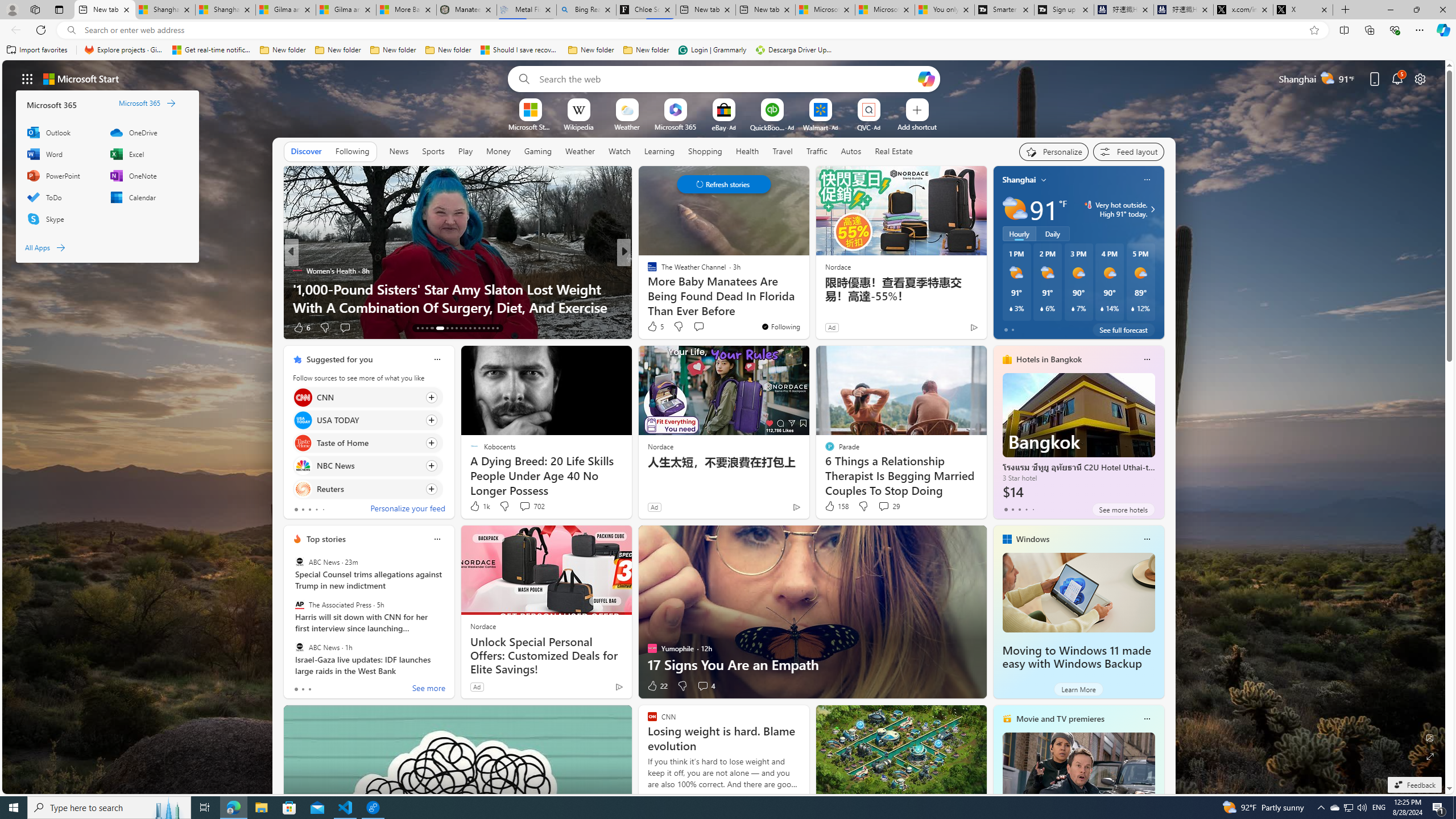 The image size is (1456, 819). Describe the element at coordinates (702, 327) in the screenshot. I see `'View comments 7 Comment'` at that location.